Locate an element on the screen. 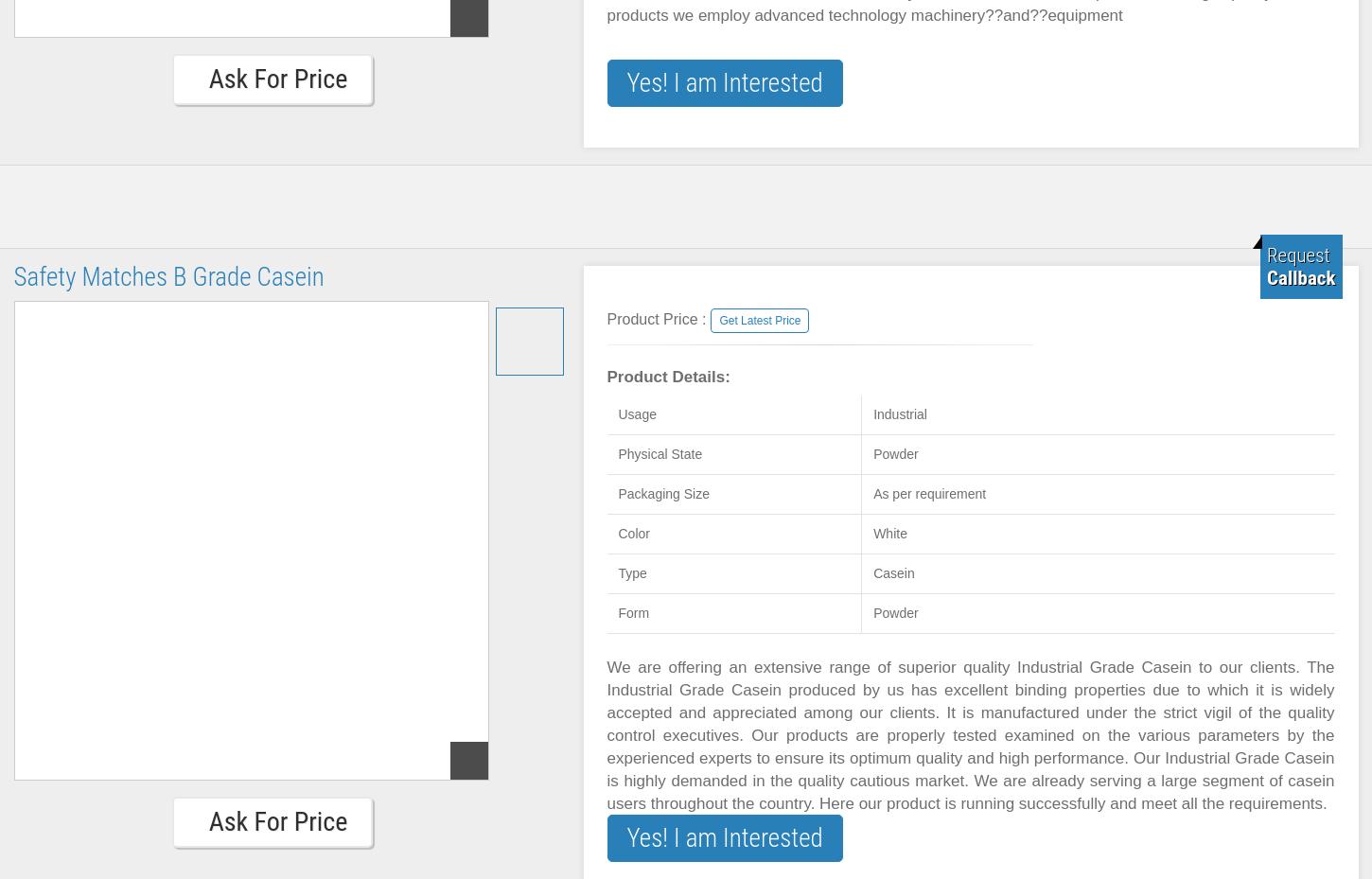  'Request' is located at coordinates (1296, 254).